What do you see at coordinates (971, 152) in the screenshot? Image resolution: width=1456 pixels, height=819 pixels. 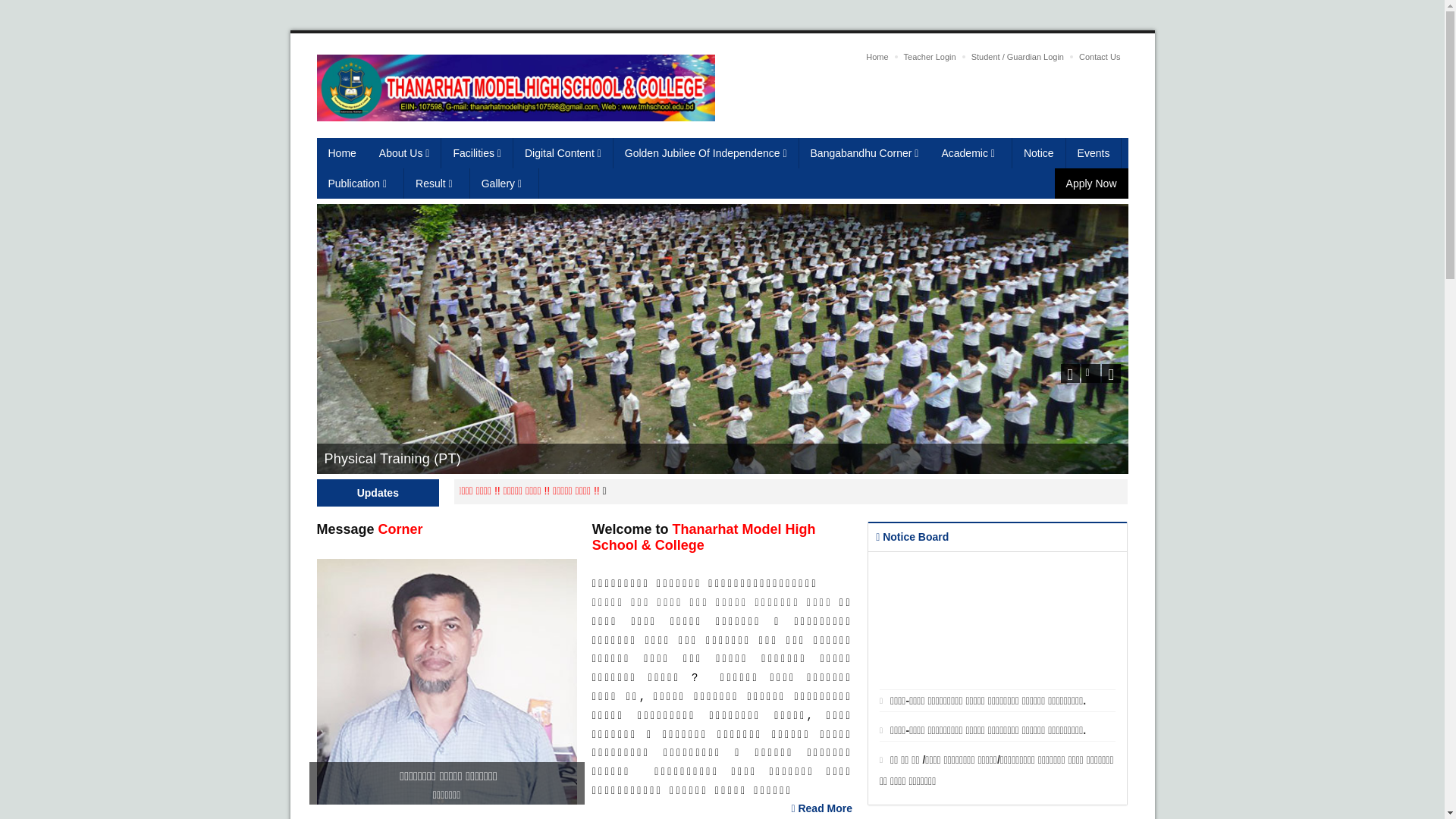 I see `'Academic'` at bounding box center [971, 152].